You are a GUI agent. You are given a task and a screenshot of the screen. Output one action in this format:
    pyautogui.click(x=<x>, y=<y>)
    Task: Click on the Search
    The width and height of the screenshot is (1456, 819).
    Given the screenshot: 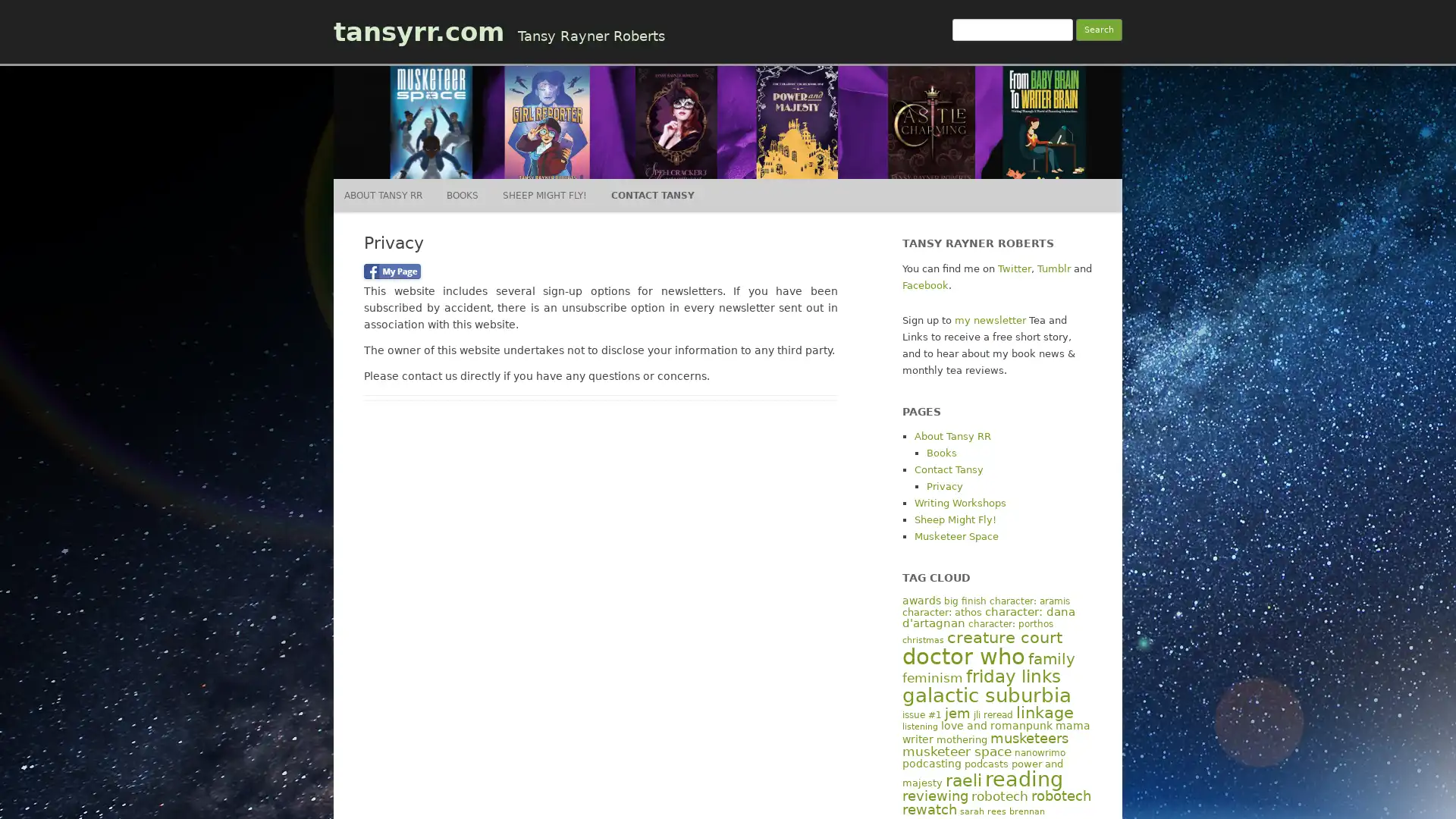 What is the action you would take?
    pyautogui.click(x=1099, y=30)
    